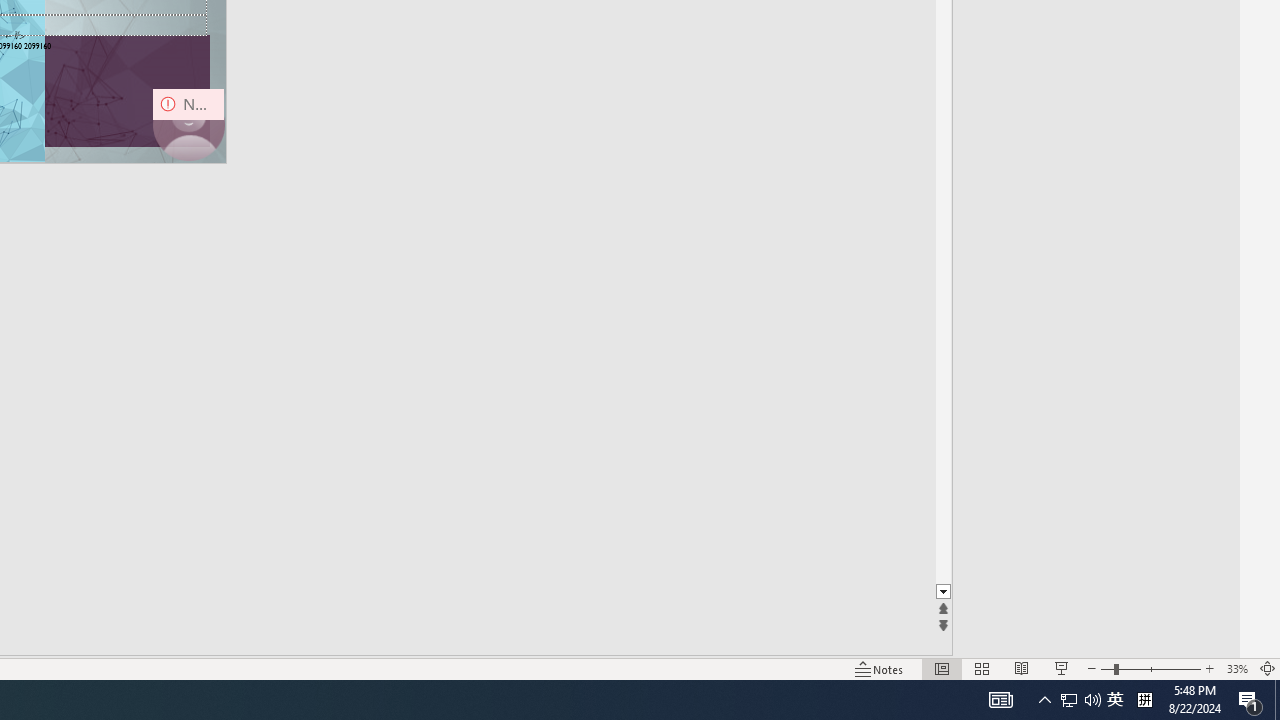 This screenshot has height=720, width=1280. What do you see at coordinates (879, 669) in the screenshot?
I see `'Notes '` at bounding box center [879, 669].